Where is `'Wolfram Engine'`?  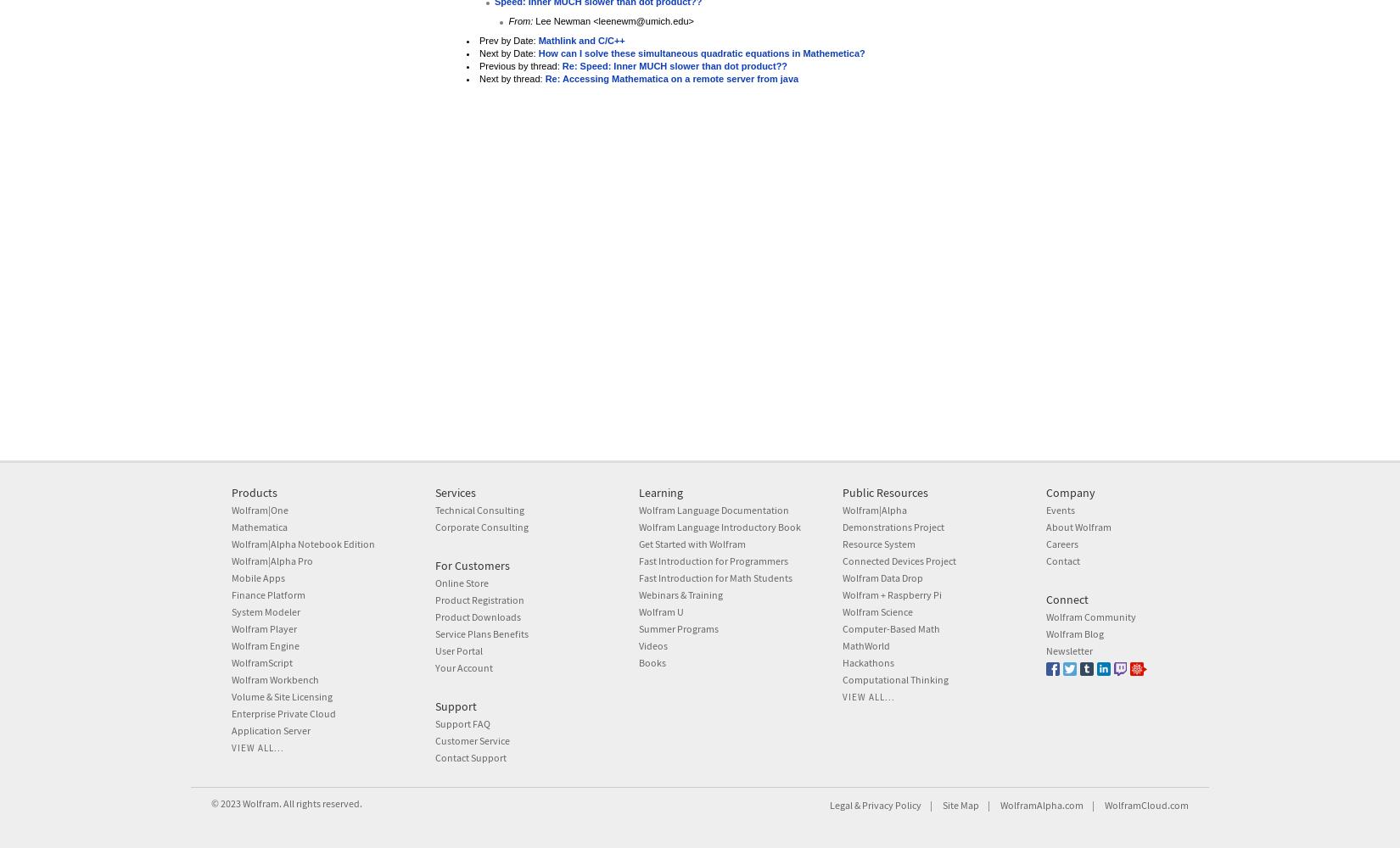
'Wolfram Engine' is located at coordinates (266, 644).